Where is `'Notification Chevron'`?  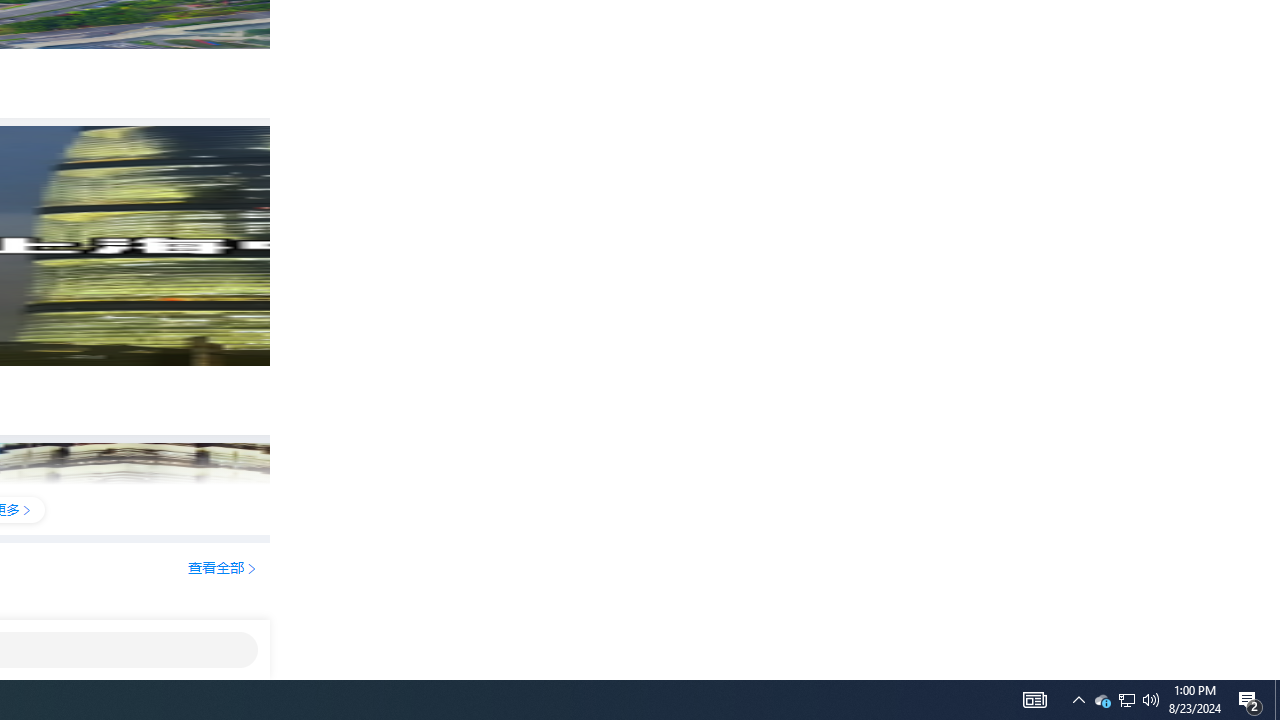
'Notification Chevron' is located at coordinates (1127, 698).